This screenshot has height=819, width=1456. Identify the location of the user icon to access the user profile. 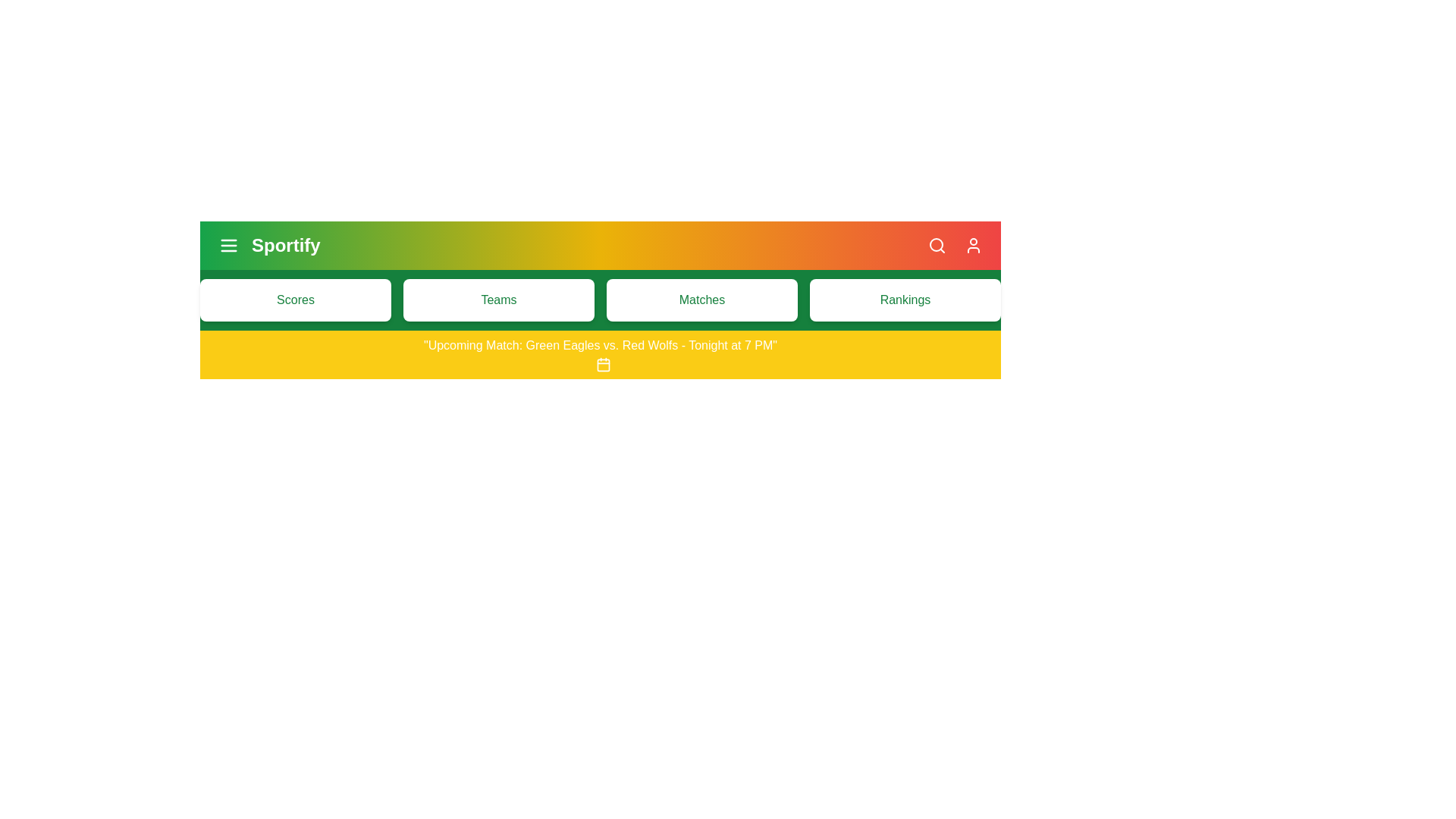
(973, 245).